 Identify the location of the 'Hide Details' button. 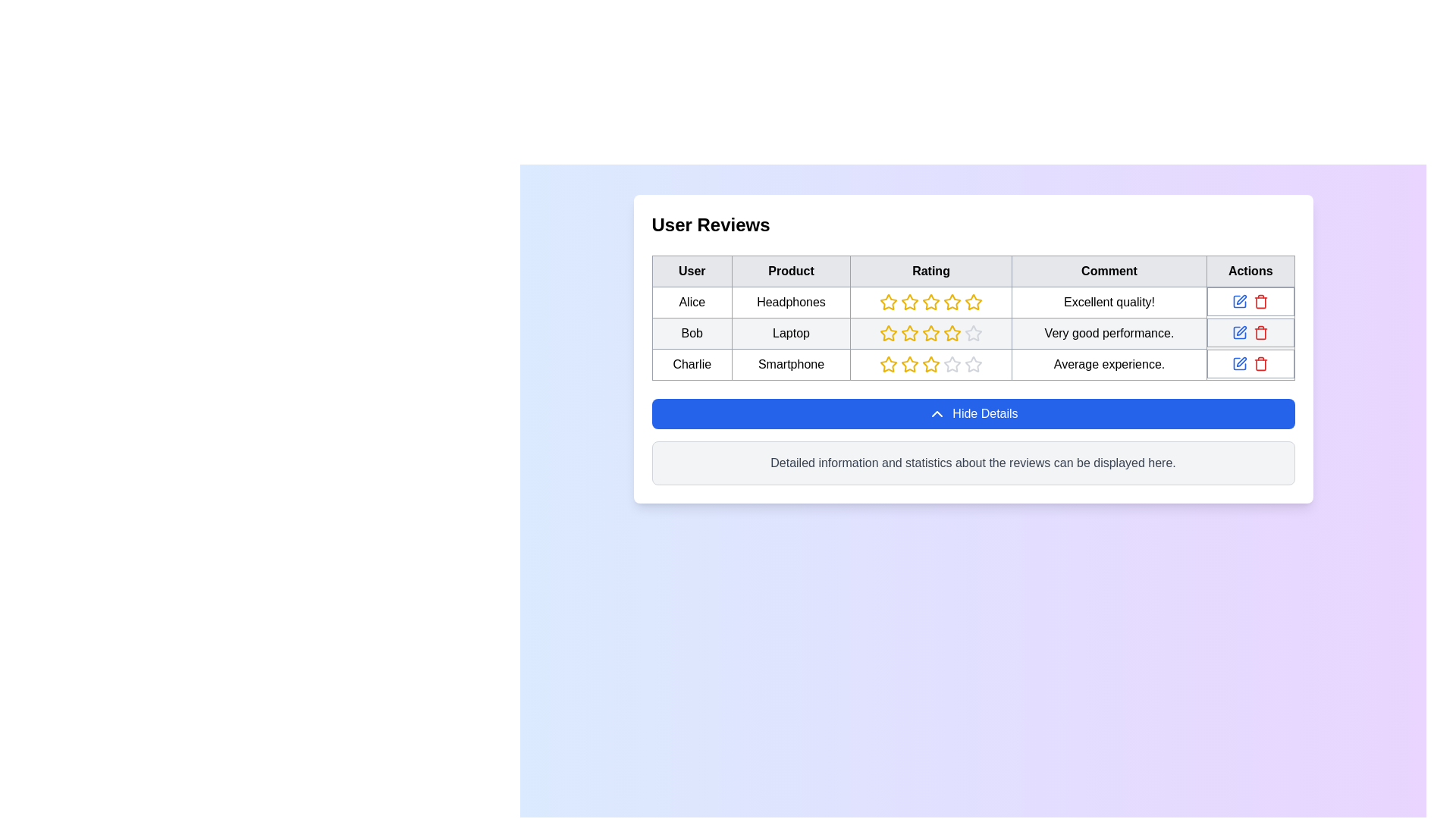
(973, 414).